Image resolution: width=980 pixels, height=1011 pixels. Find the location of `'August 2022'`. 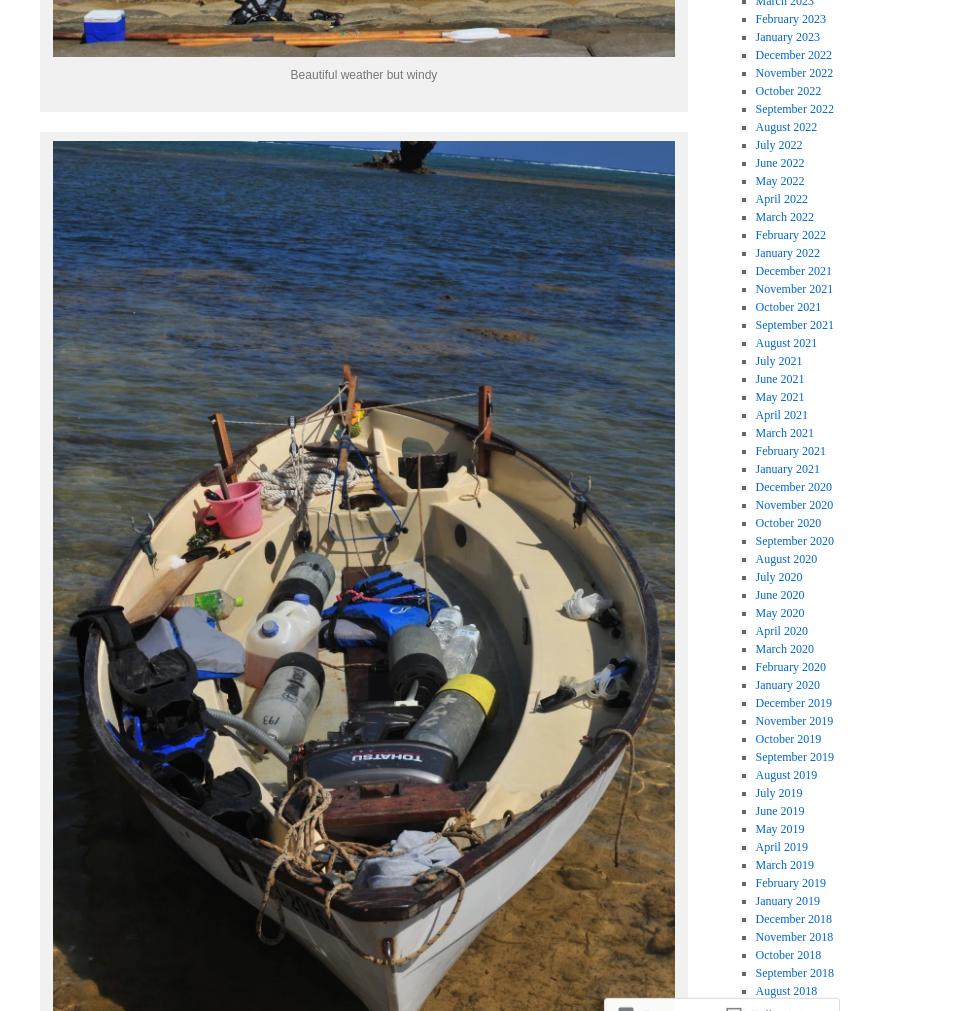

'August 2022' is located at coordinates (785, 124).